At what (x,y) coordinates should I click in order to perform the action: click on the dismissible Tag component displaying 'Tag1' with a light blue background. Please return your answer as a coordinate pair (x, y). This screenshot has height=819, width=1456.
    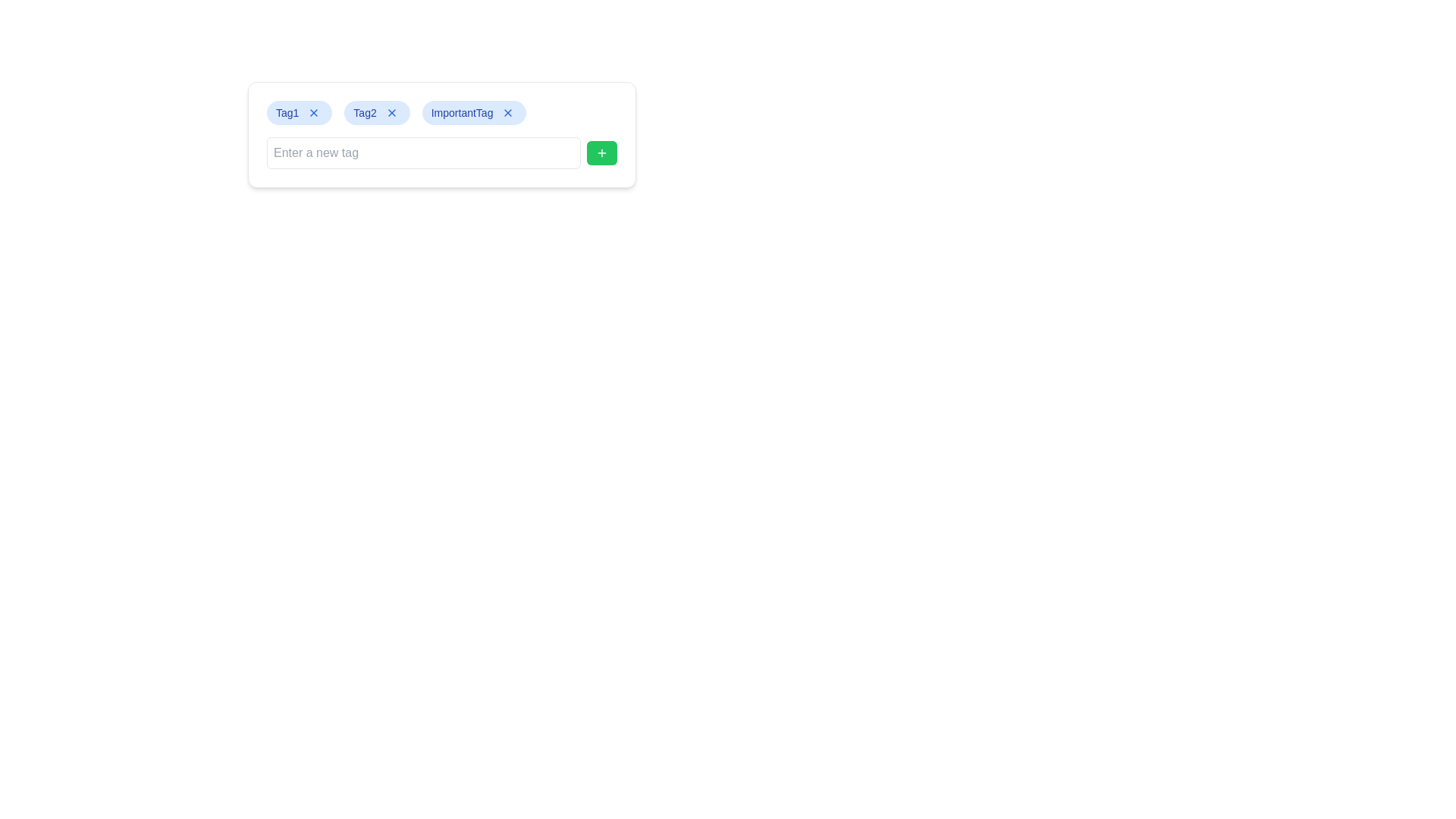
    Looking at the image, I should click on (300, 112).